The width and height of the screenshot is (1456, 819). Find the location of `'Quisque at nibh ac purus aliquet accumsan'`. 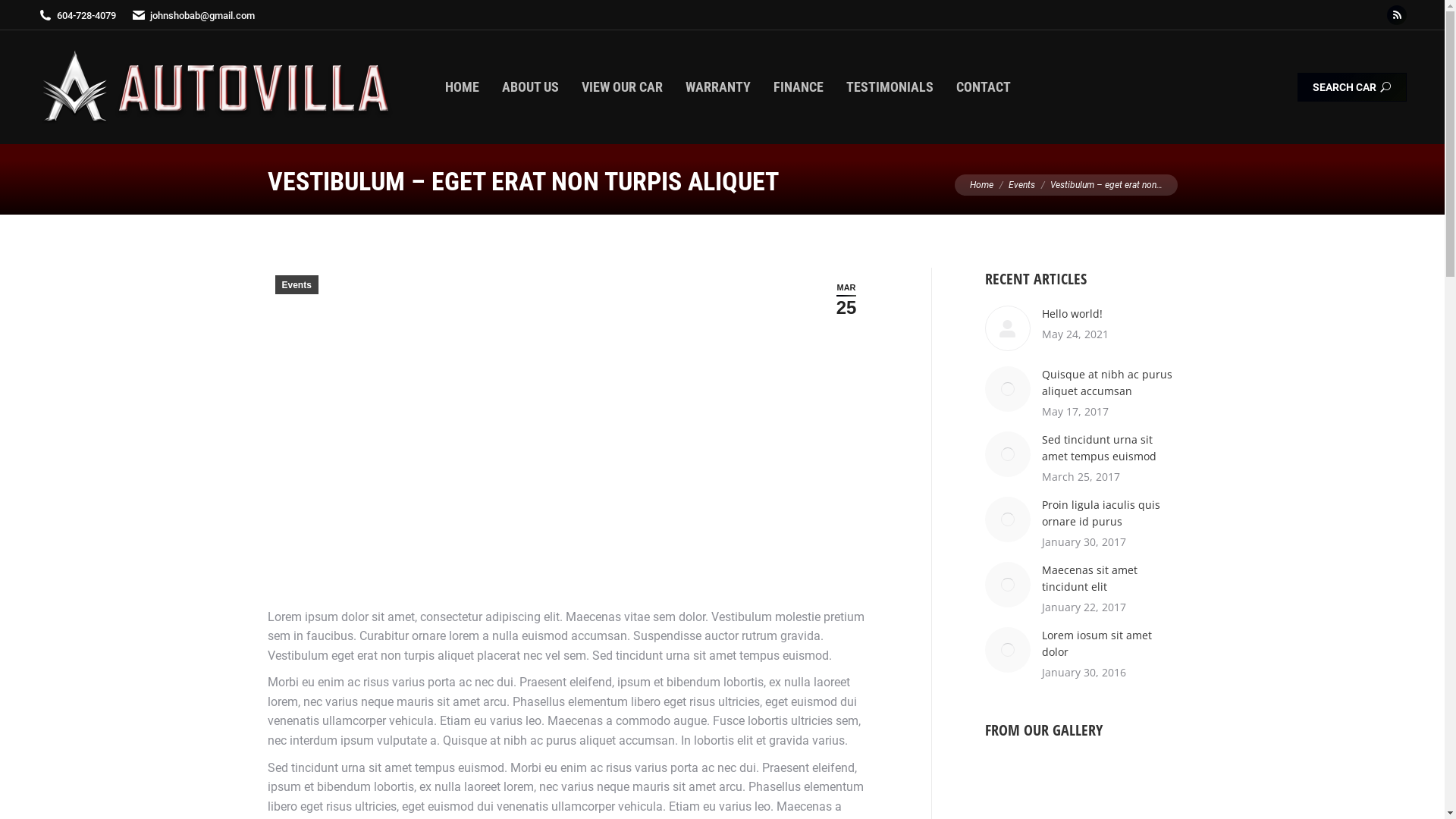

'Quisque at nibh ac purus aliquet accumsan' is located at coordinates (1109, 382).